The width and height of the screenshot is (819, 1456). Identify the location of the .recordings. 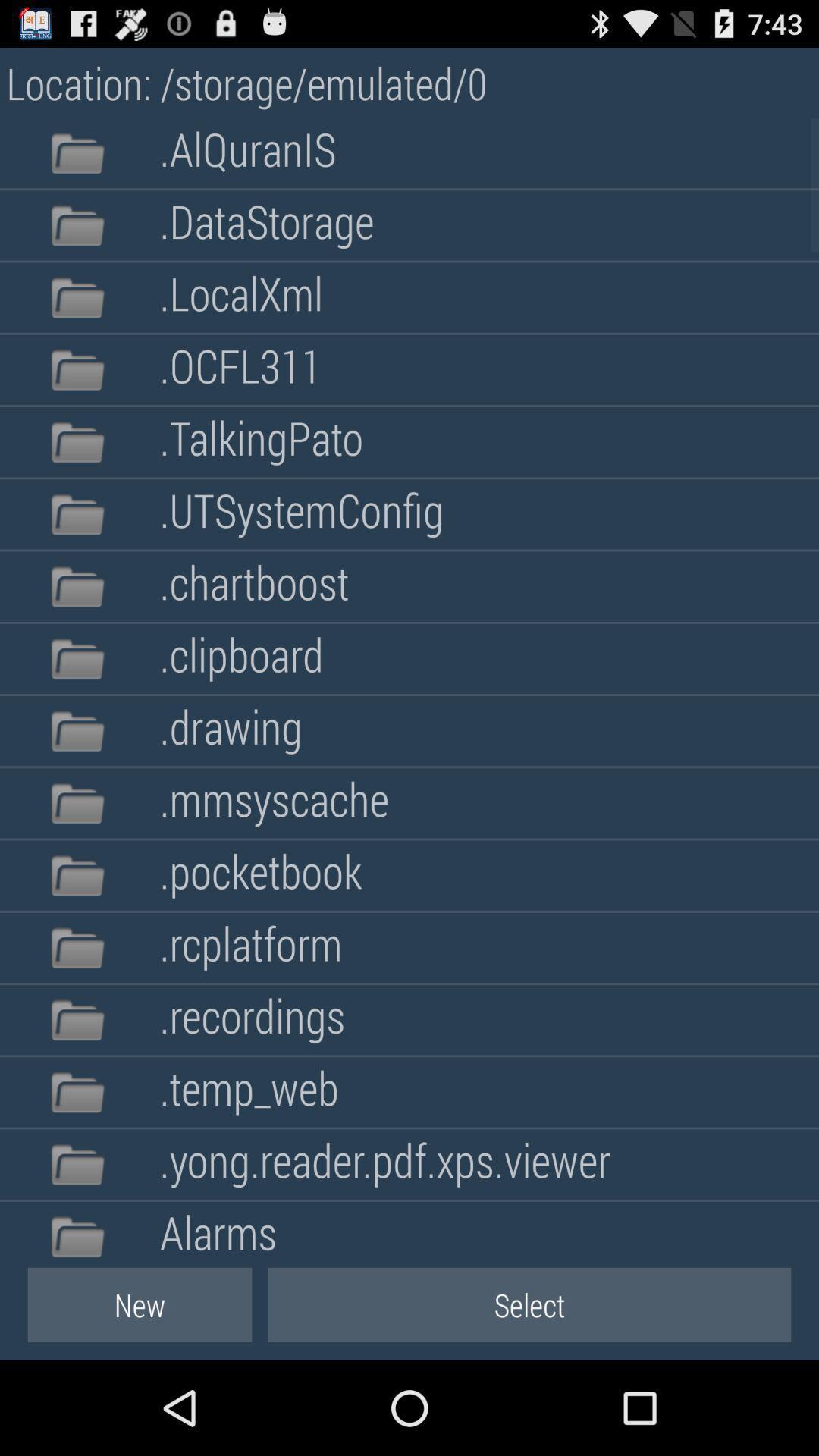
(251, 1020).